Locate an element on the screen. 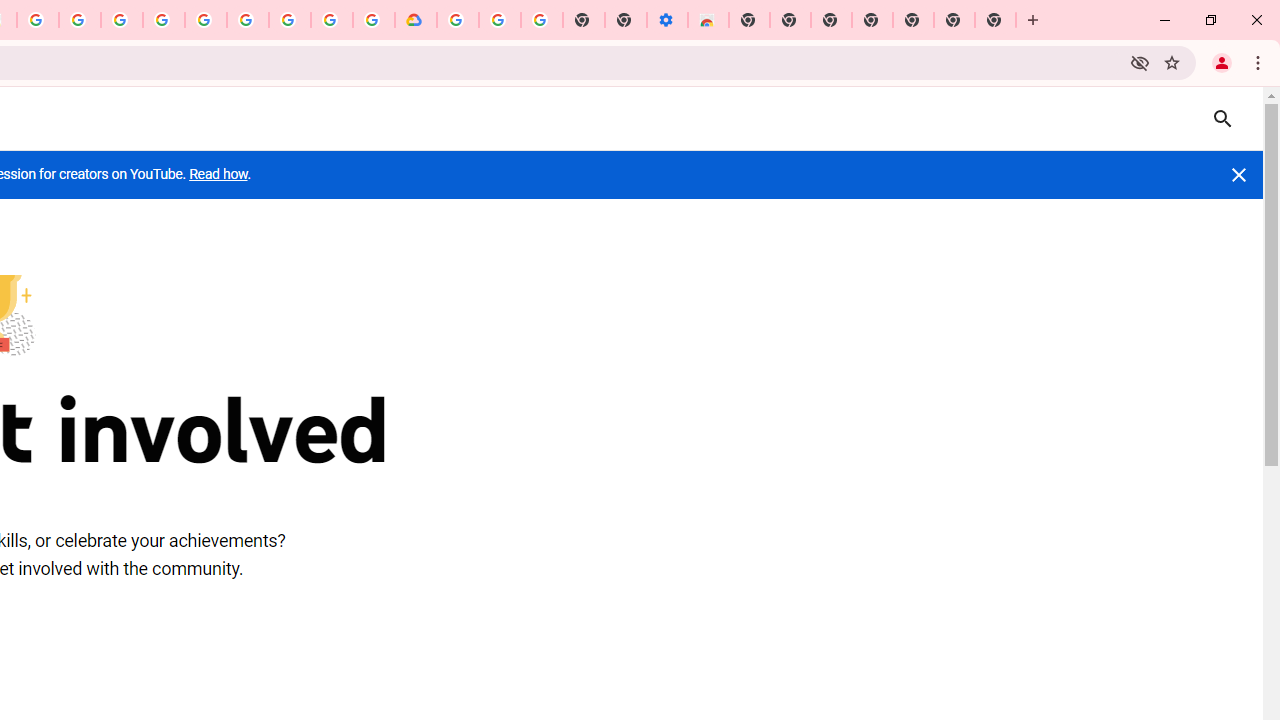 The height and width of the screenshot is (720, 1280). 'Google Account Help' is located at coordinates (499, 20).